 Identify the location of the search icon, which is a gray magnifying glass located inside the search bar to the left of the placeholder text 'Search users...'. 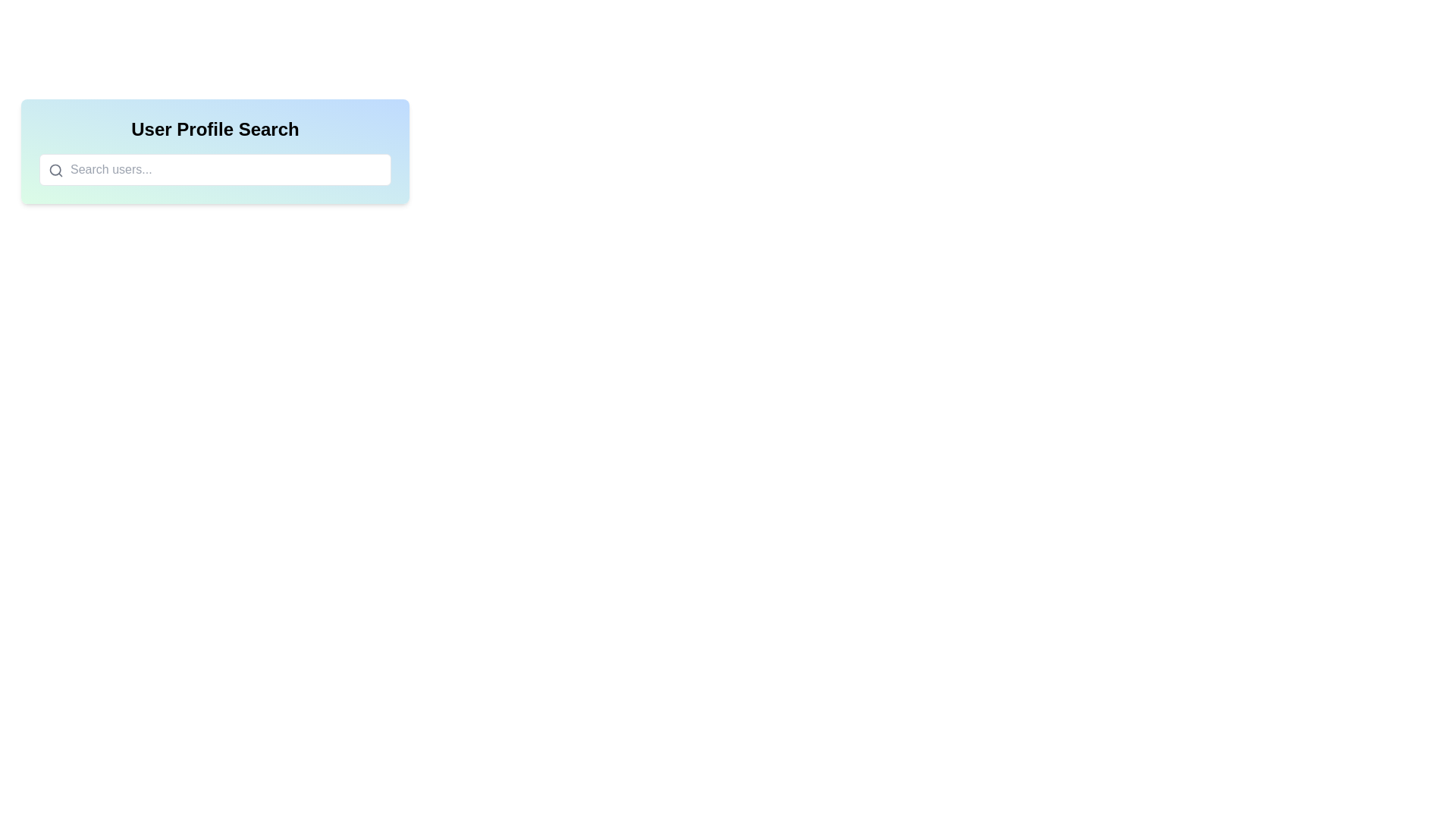
(55, 170).